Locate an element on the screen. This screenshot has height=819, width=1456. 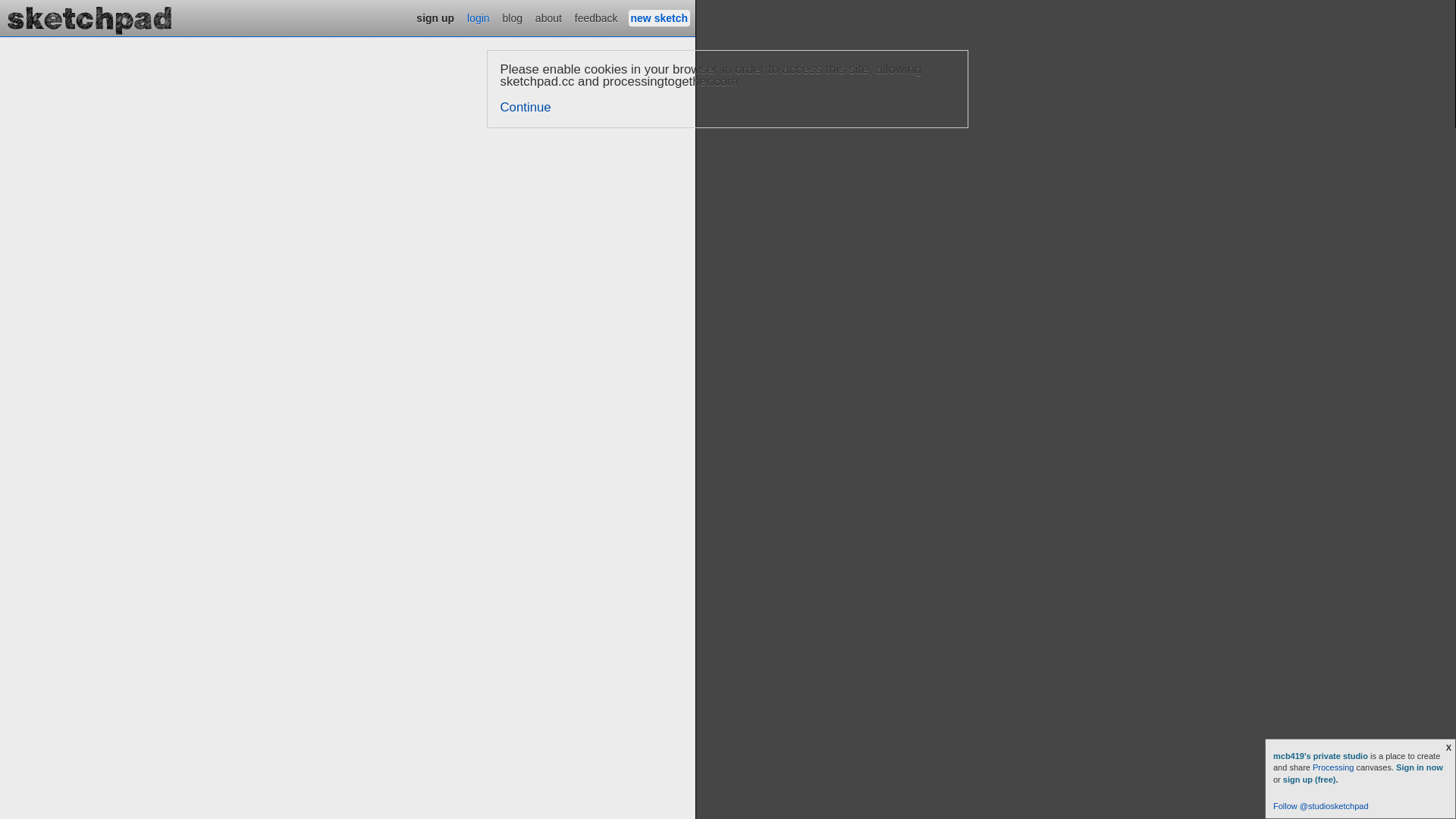
'login' is located at coordinates (477, 17).